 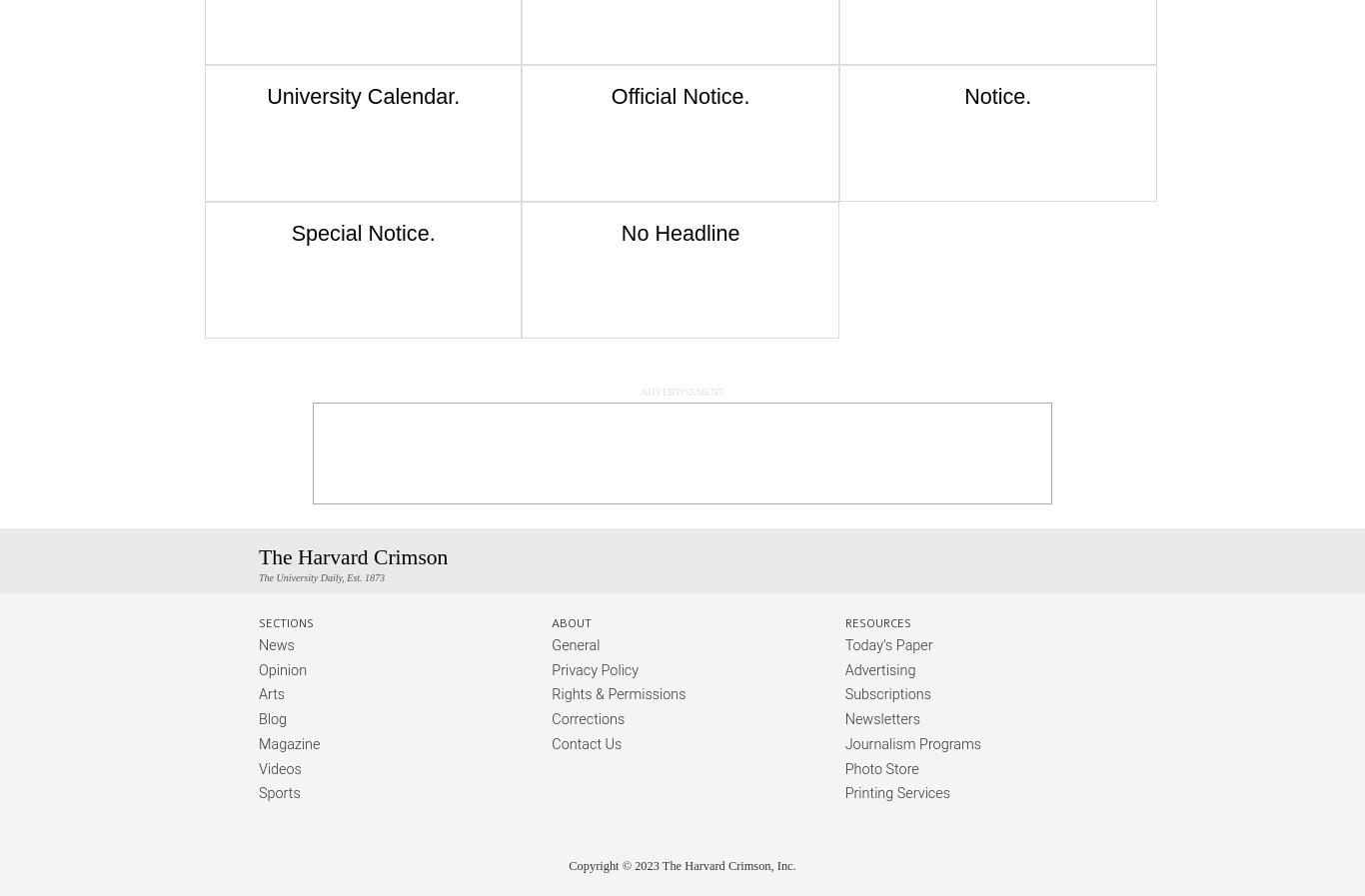 I want to click on 'Notice.', so click(x=997, y=95).